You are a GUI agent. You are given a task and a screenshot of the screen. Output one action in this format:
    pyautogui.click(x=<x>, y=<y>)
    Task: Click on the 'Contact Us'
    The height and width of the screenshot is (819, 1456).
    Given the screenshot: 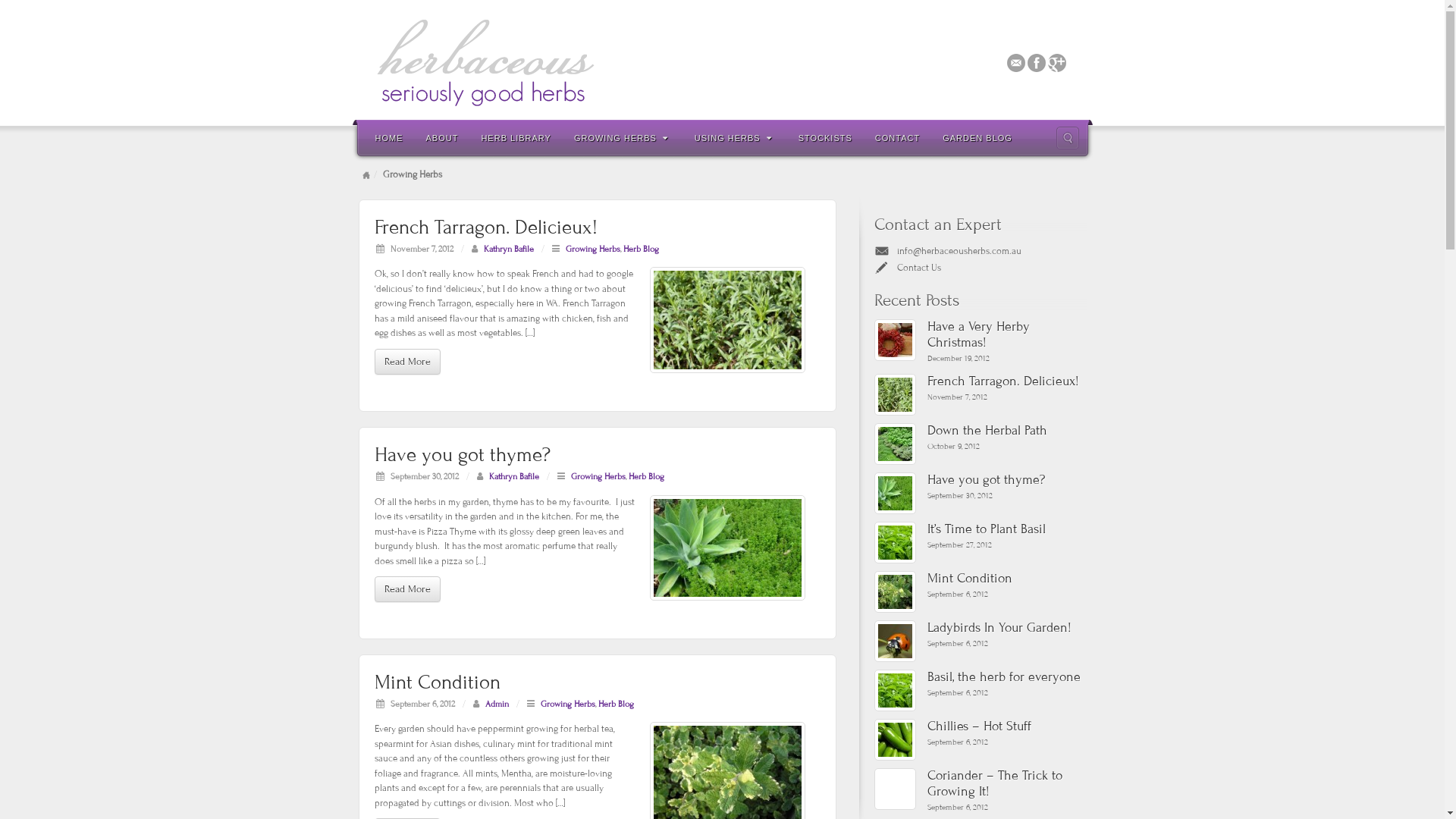 What is the action you would take?
    pyautogui.click(x=896, y=267)
    